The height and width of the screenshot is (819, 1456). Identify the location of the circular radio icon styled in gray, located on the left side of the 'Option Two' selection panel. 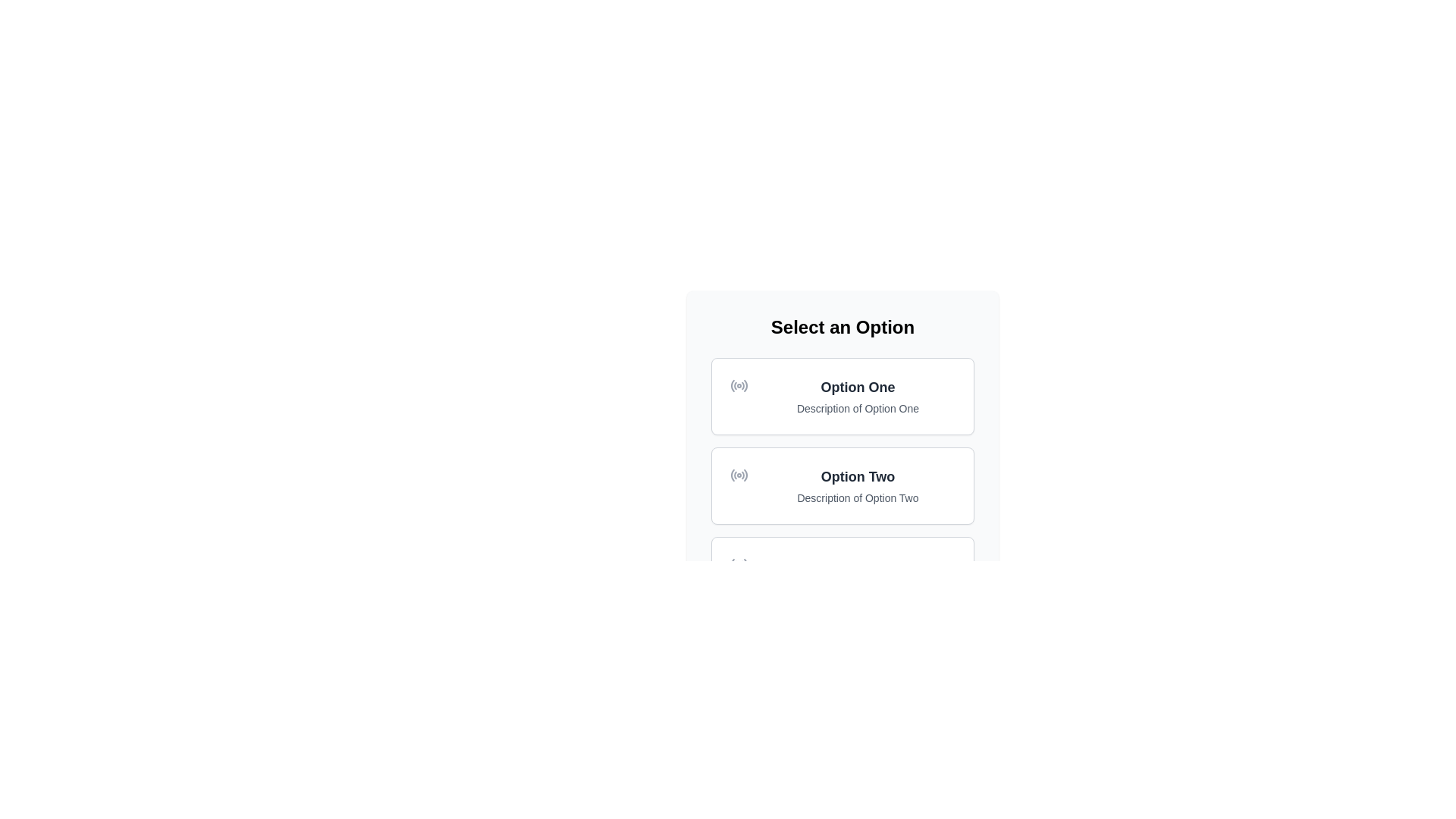
(739, 475).